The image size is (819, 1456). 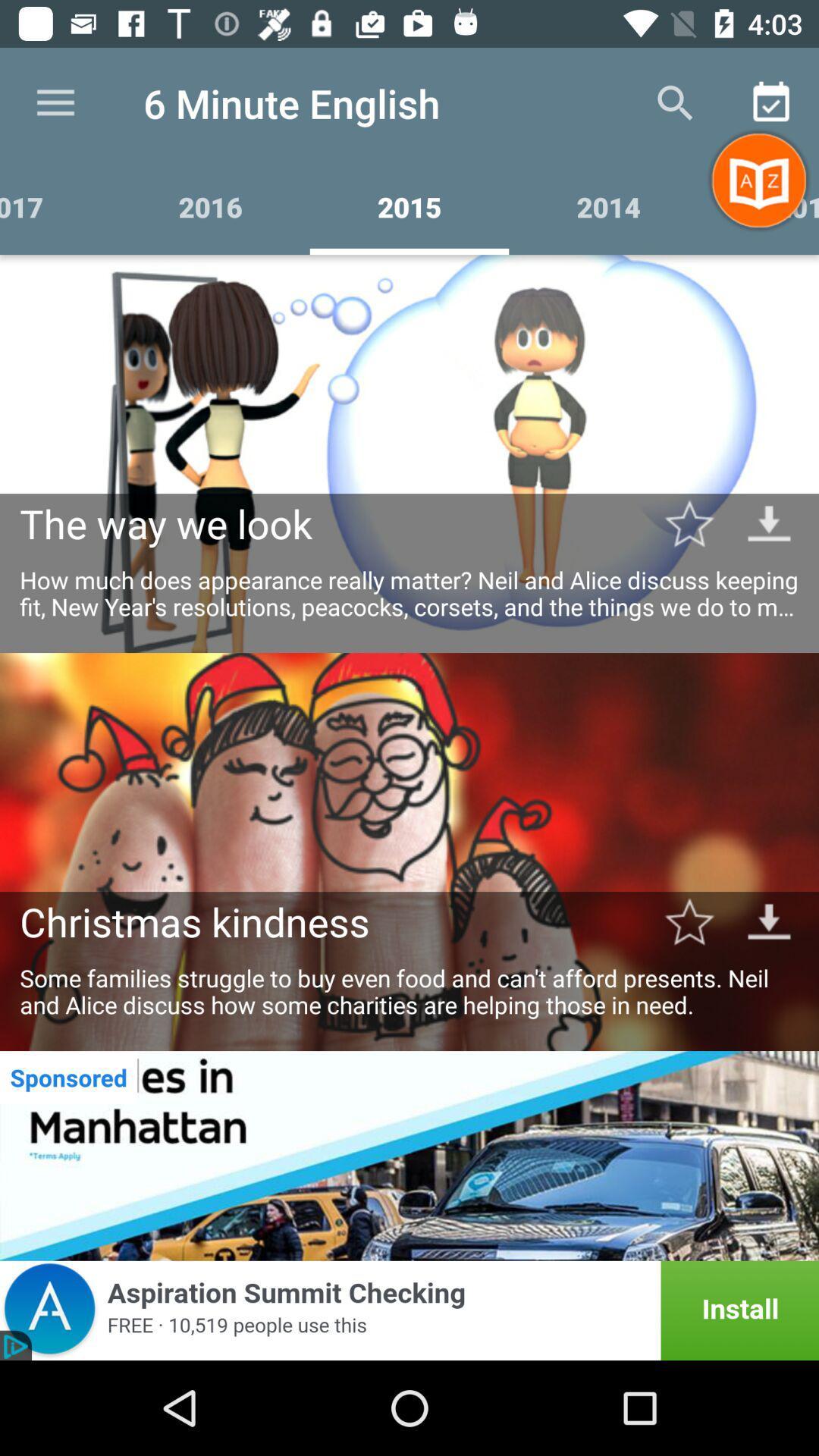 I want to click on visit sponsor 's page, so click(x=409, y=1155).